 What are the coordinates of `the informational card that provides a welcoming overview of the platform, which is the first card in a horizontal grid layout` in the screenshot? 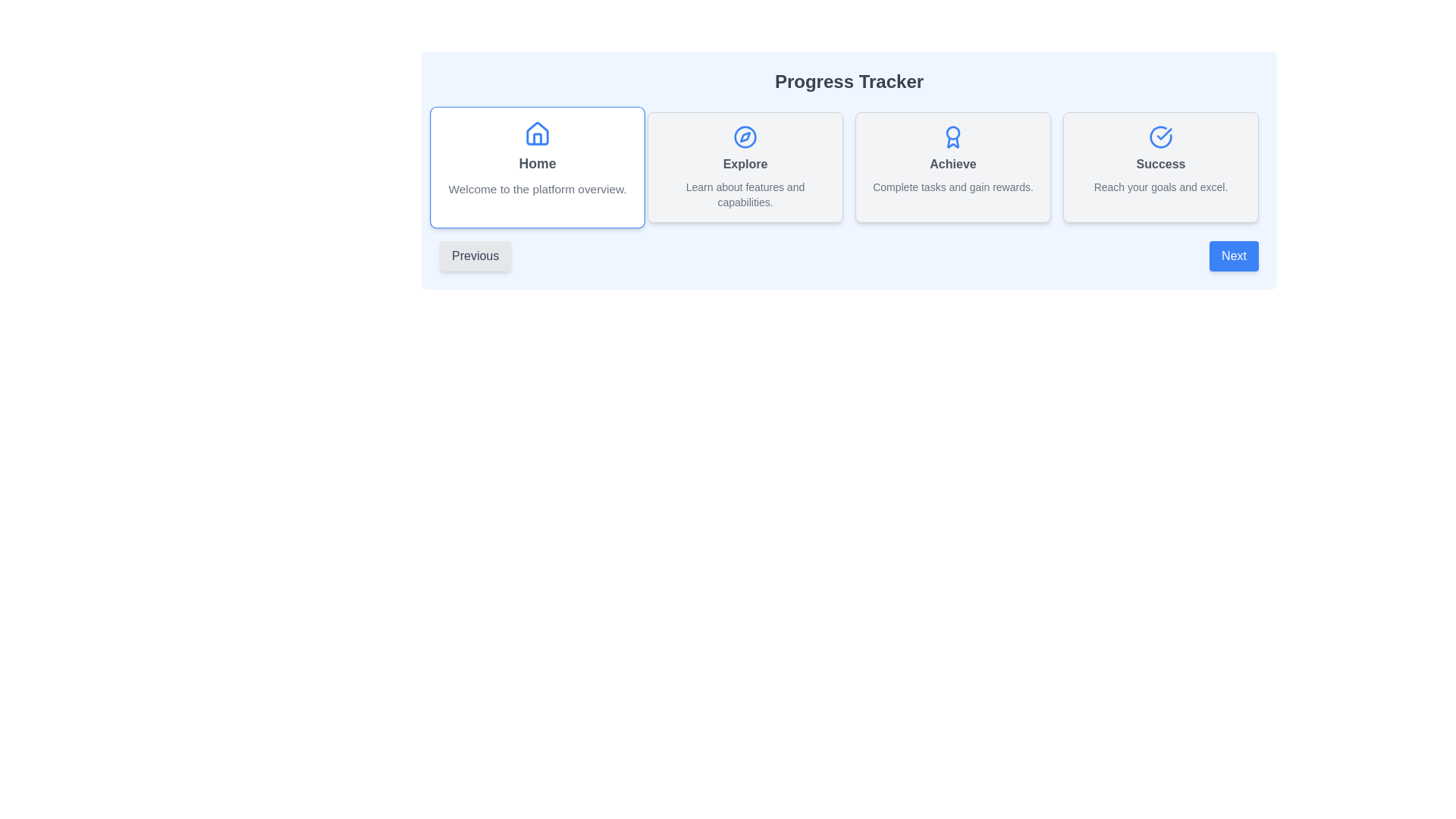 It's located at (538, 166).